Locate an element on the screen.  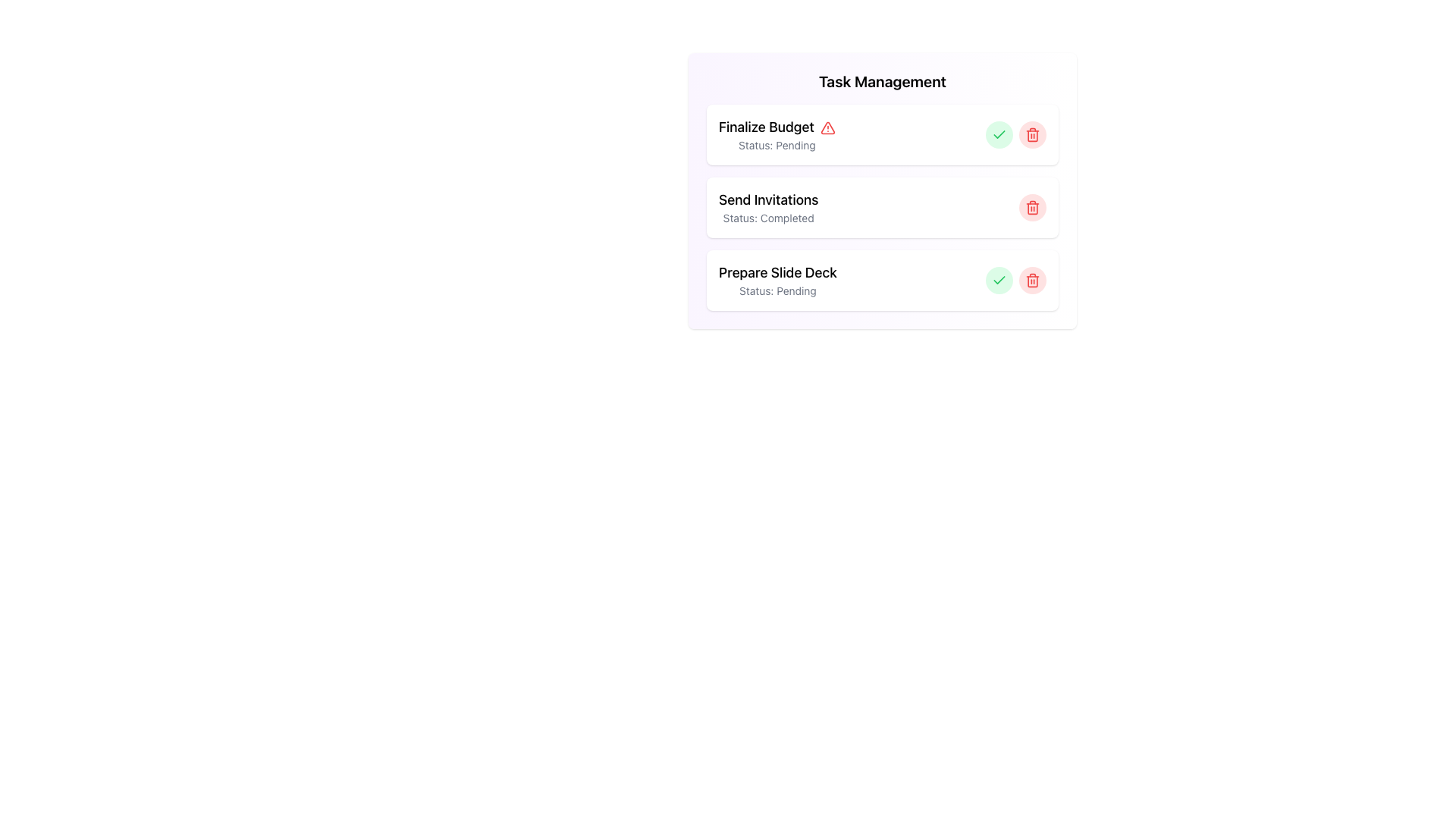
the text label that displays 'Finalize Budget' in bold font, located at the top of the task management list under 'Finalize Budget Status: Pending' is located at coordinates (777, 127).